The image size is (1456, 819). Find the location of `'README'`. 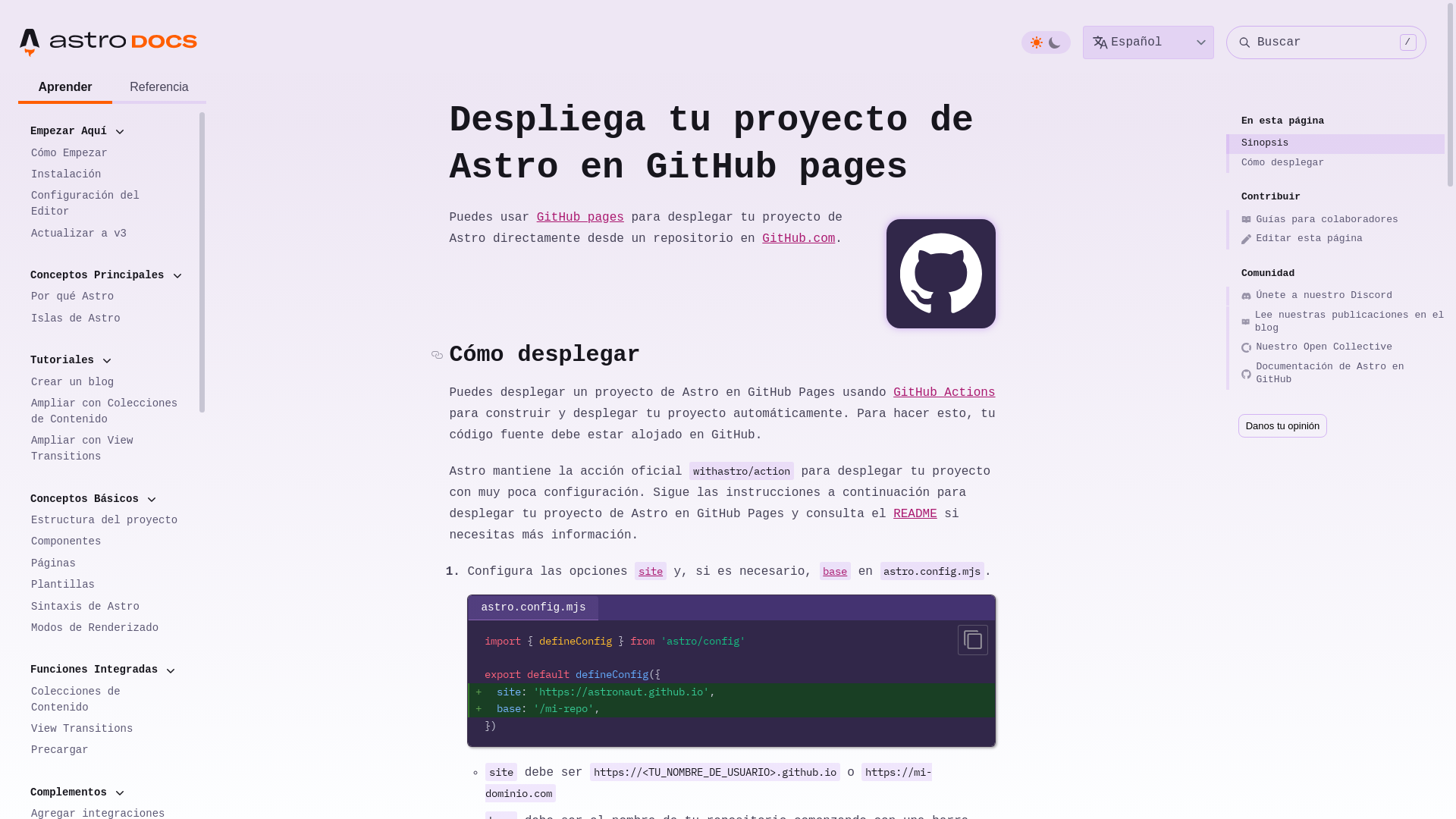

'README' is located at coordinates (914, 513).